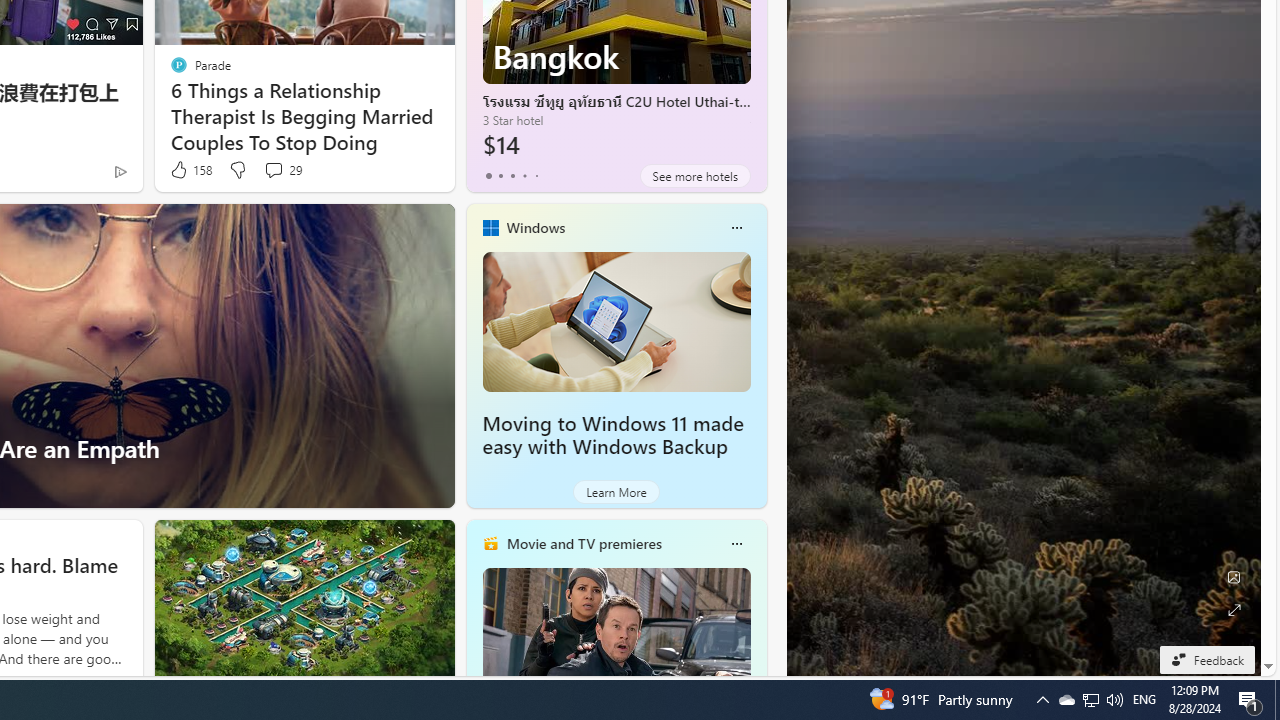 Image resolution: width=1280 pixels, height=720 pixels. What do you see at coordinates (524, 175) in the screenshot?
I see `'tab-3'` at bounding box center [524, 175].